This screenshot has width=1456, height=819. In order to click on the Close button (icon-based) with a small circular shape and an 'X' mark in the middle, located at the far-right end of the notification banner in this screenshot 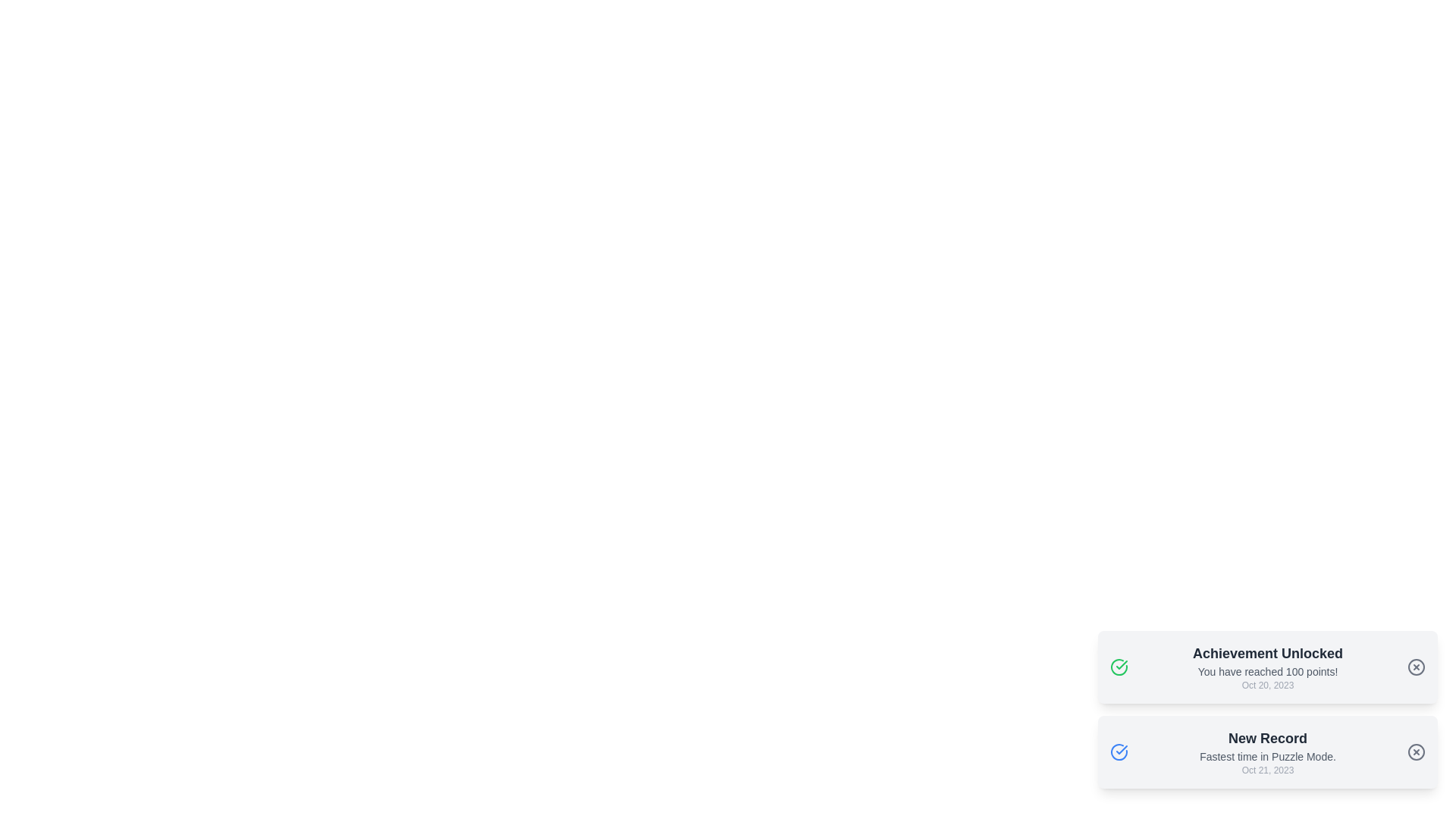, I will do `click(1415, 666)`.